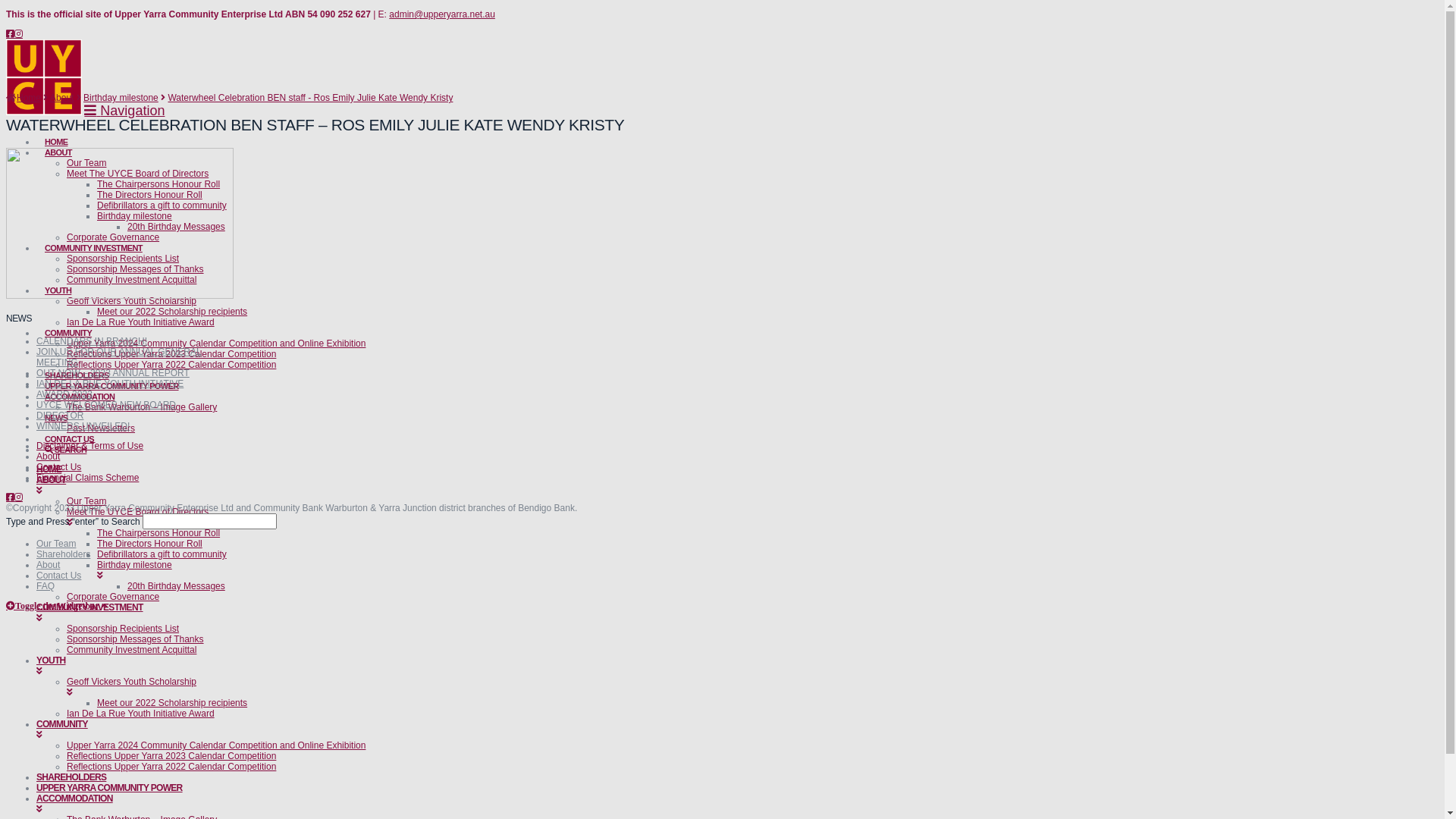 The width and height of the screenshot is (1456, 819). I want to click on 'CALENDARS IN BRANCH!', so click(90, 341).